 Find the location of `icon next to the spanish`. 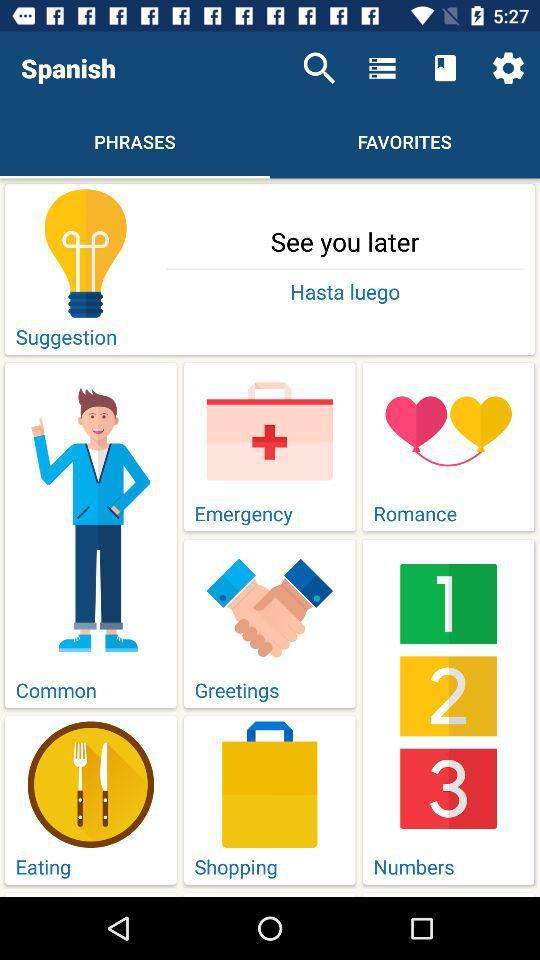

icon next to the spanish is located at coordinates (319, 68).